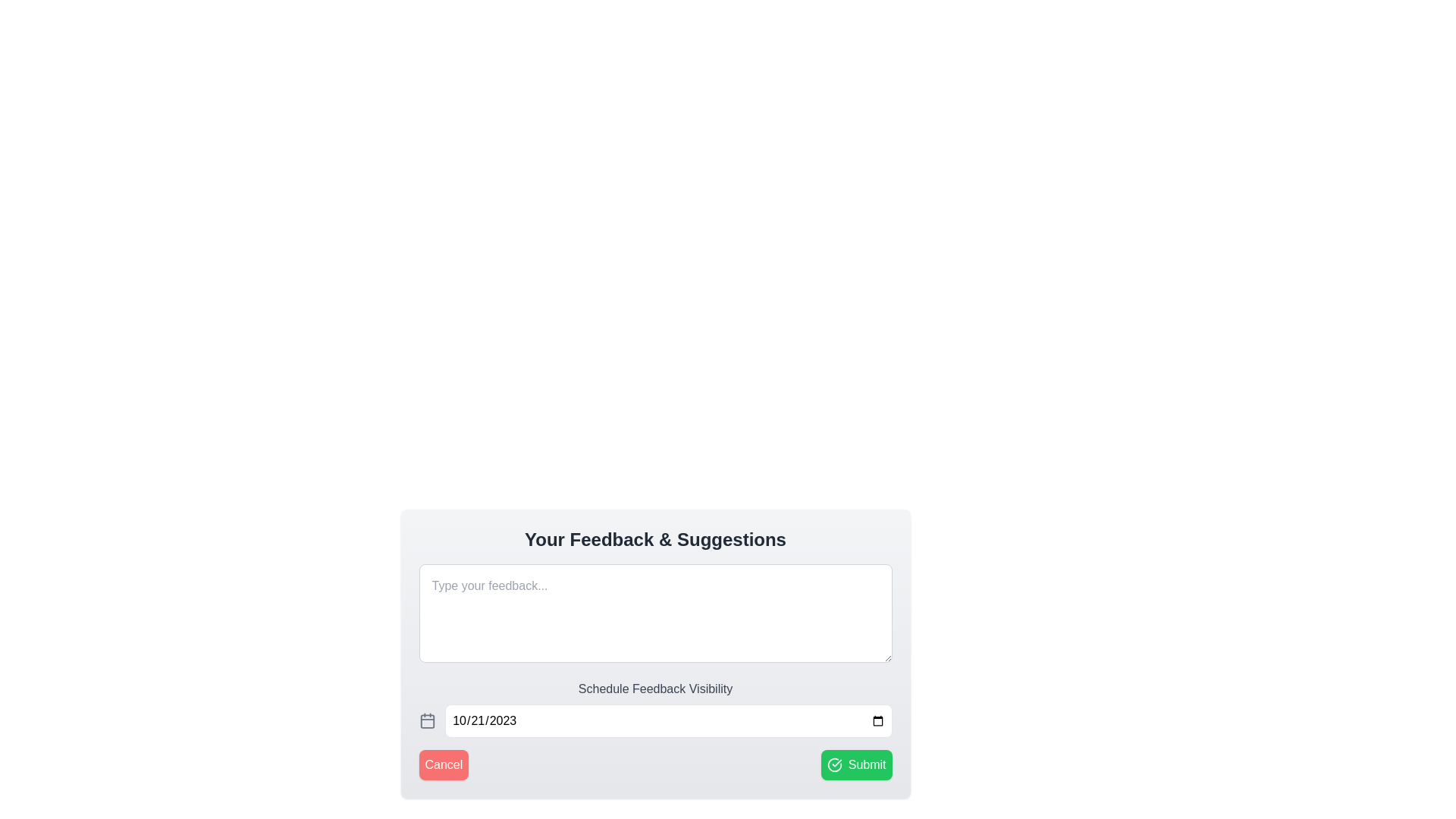 This screenshot has height=819, width=1456. Describe the element at coordinates (426, 720) in the screenshot. I see `the filled background rectangular shape within the calendar icon located to the left of the date selection input box` at that location.